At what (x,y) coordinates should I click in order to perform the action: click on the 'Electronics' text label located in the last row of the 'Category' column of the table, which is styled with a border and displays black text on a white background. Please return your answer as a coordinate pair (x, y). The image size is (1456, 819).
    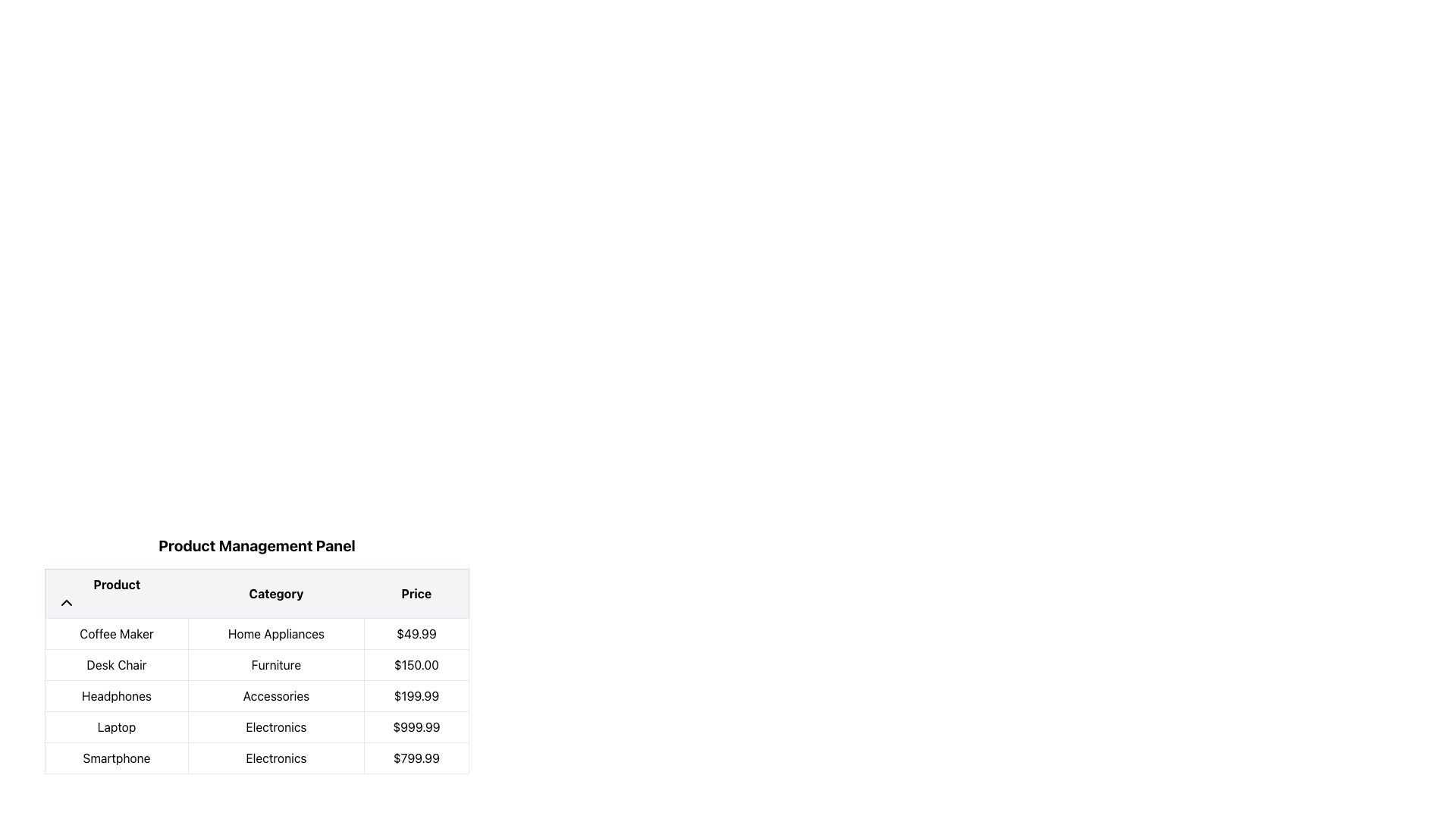
    Looking at the image, I should click on (276, 758).